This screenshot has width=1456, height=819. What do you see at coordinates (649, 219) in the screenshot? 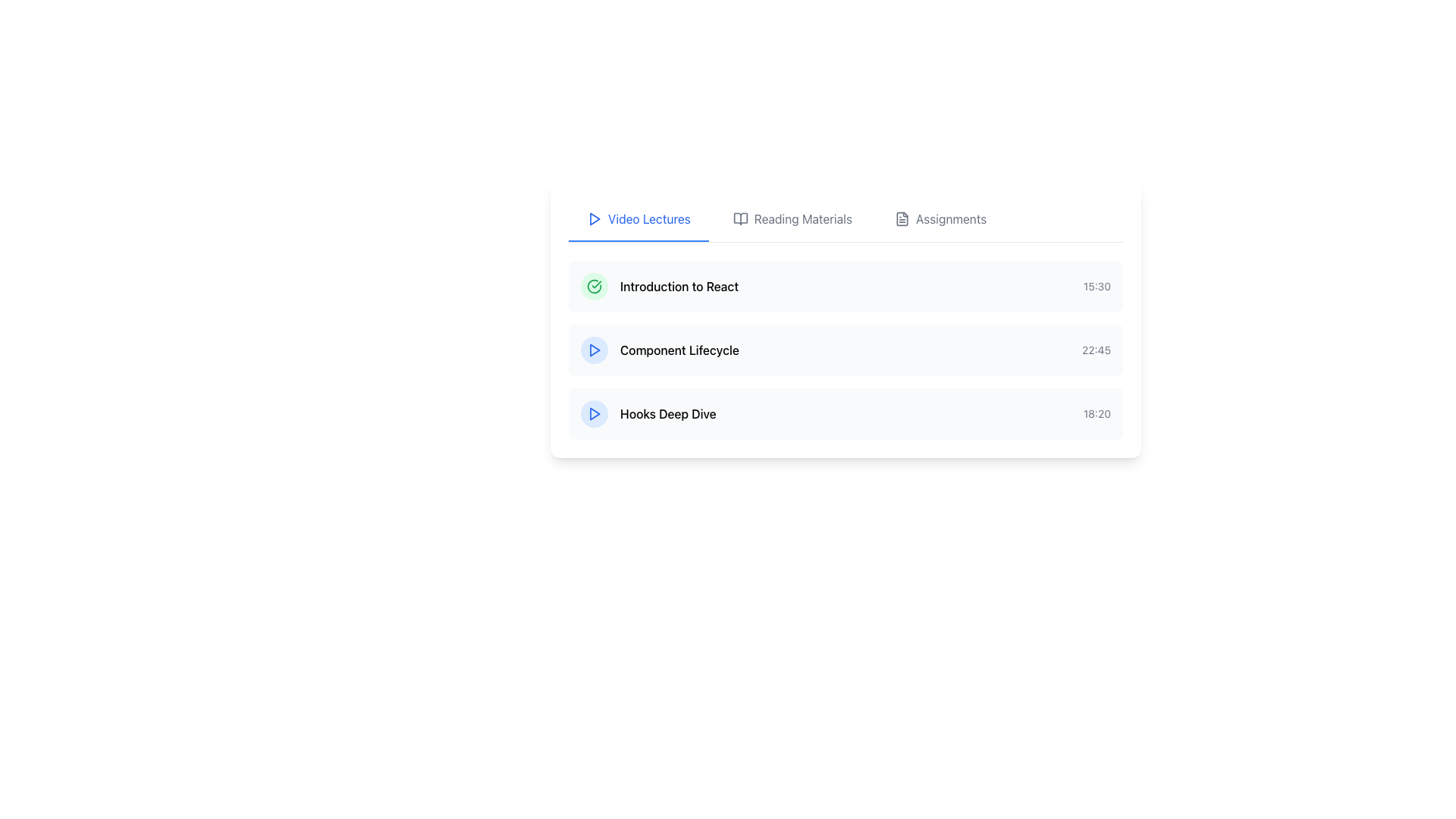
I see `the 'Video Lectures' navigation menu item, which is styled in blue and underlined` at bounding box center [649, 219].